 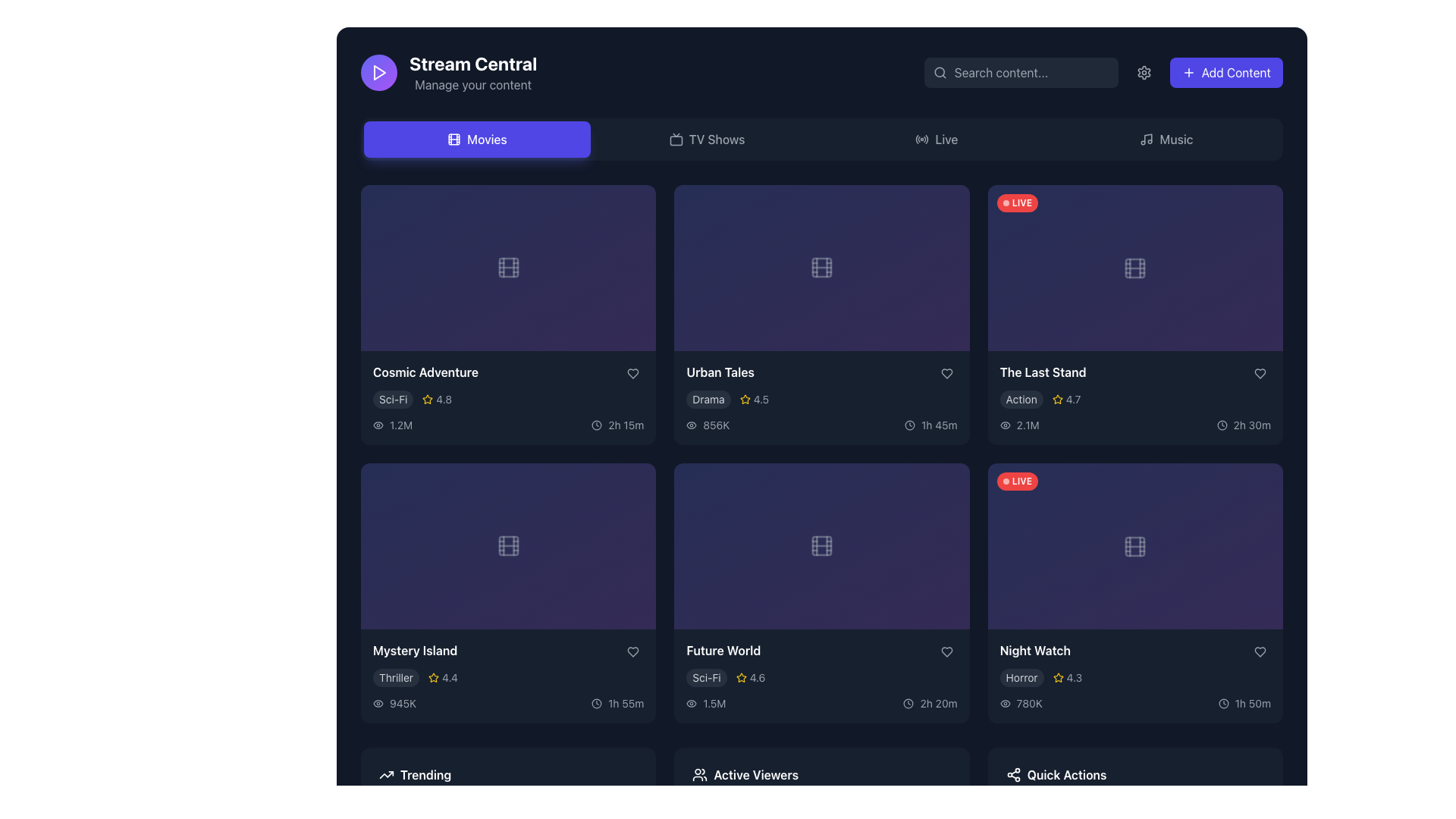 I want to click on the play button located in the highlighted card for 'Mystery Island', positioned in the third row and first column in the grid view, so click(x=508, y=604).